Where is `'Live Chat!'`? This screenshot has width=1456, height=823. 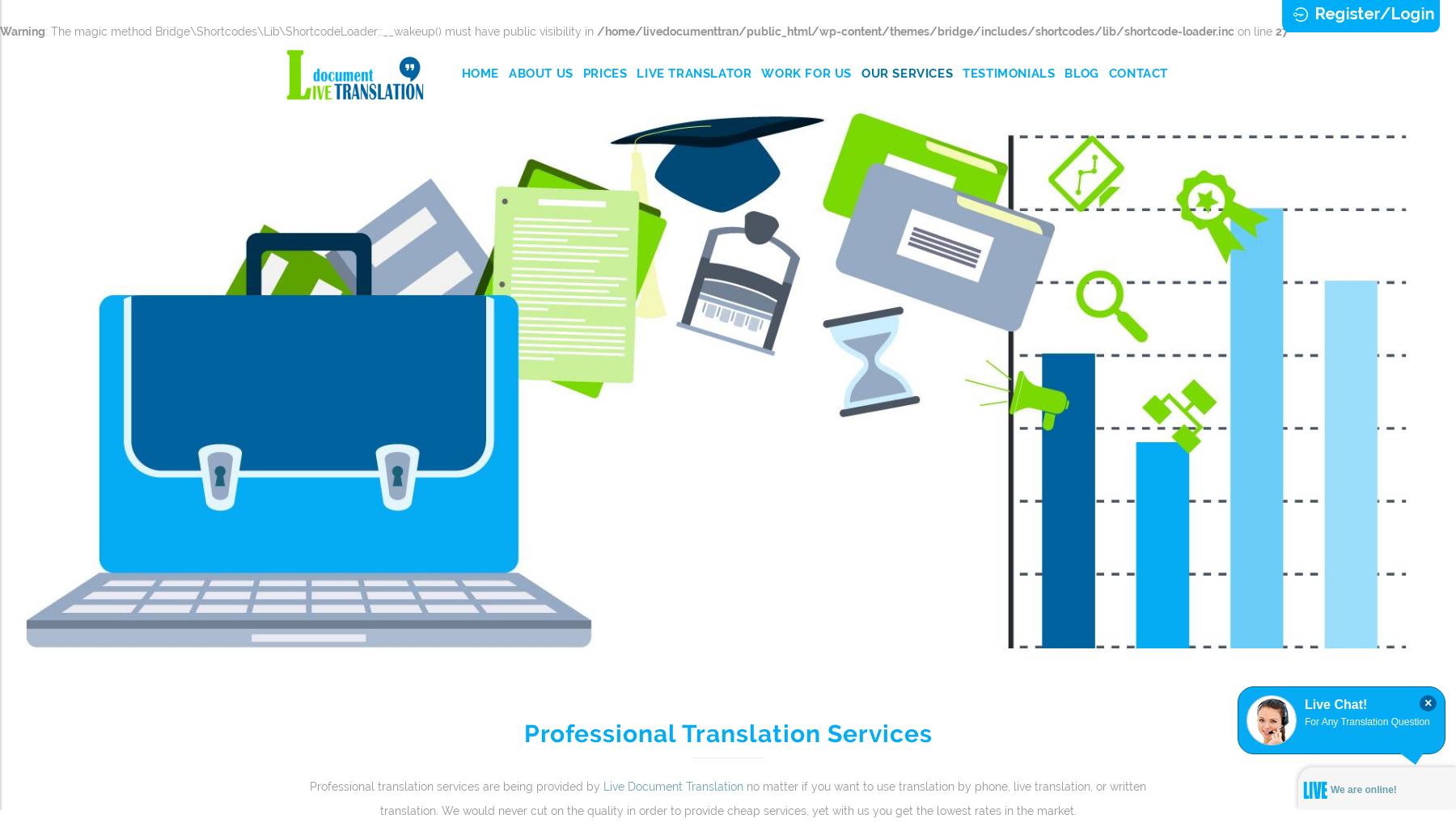
'Live Chat!' is located at coordinates (1303, 704).